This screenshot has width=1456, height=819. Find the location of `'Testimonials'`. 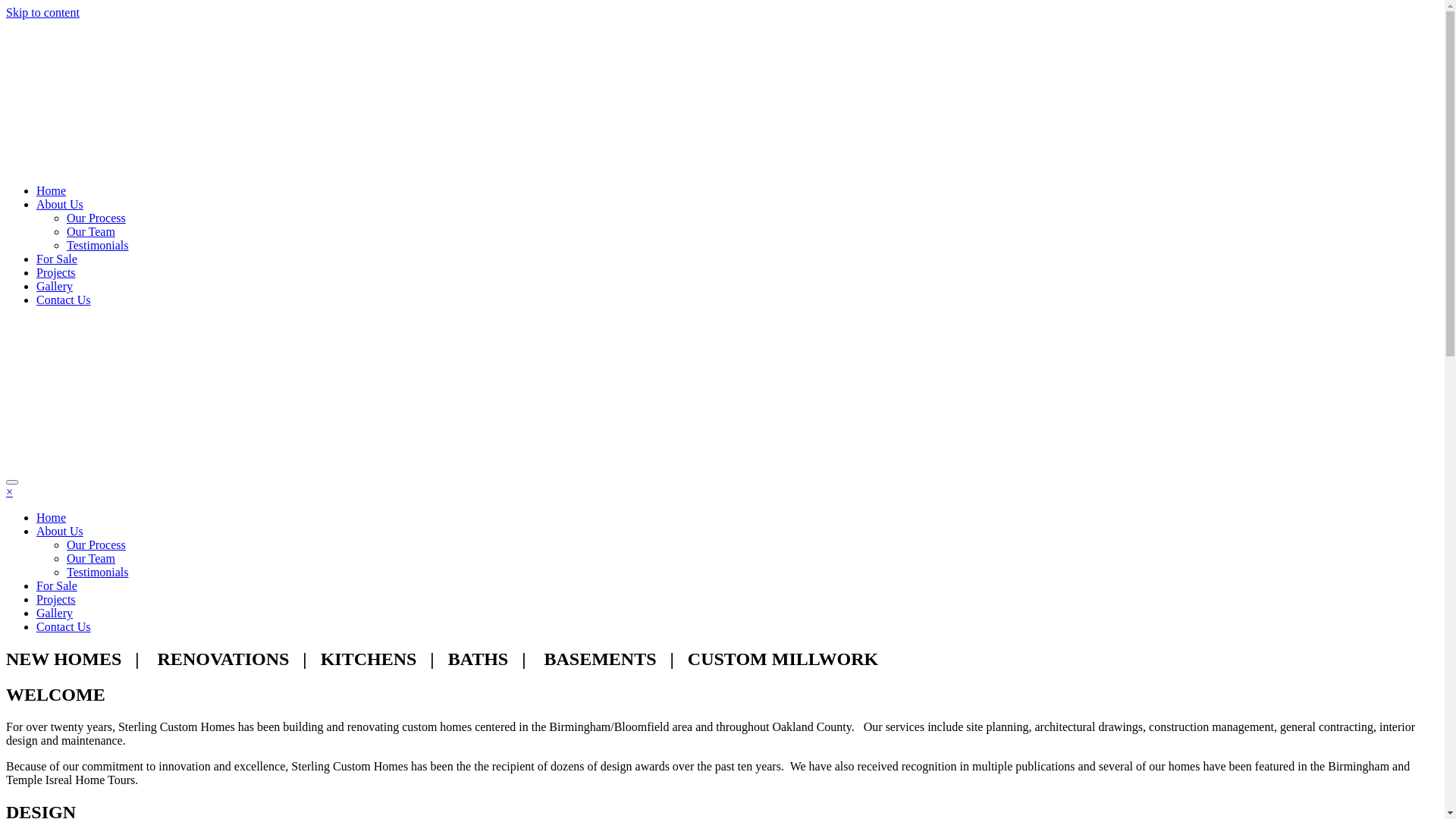

'Testimonials' is located at coordinates (97, 244).